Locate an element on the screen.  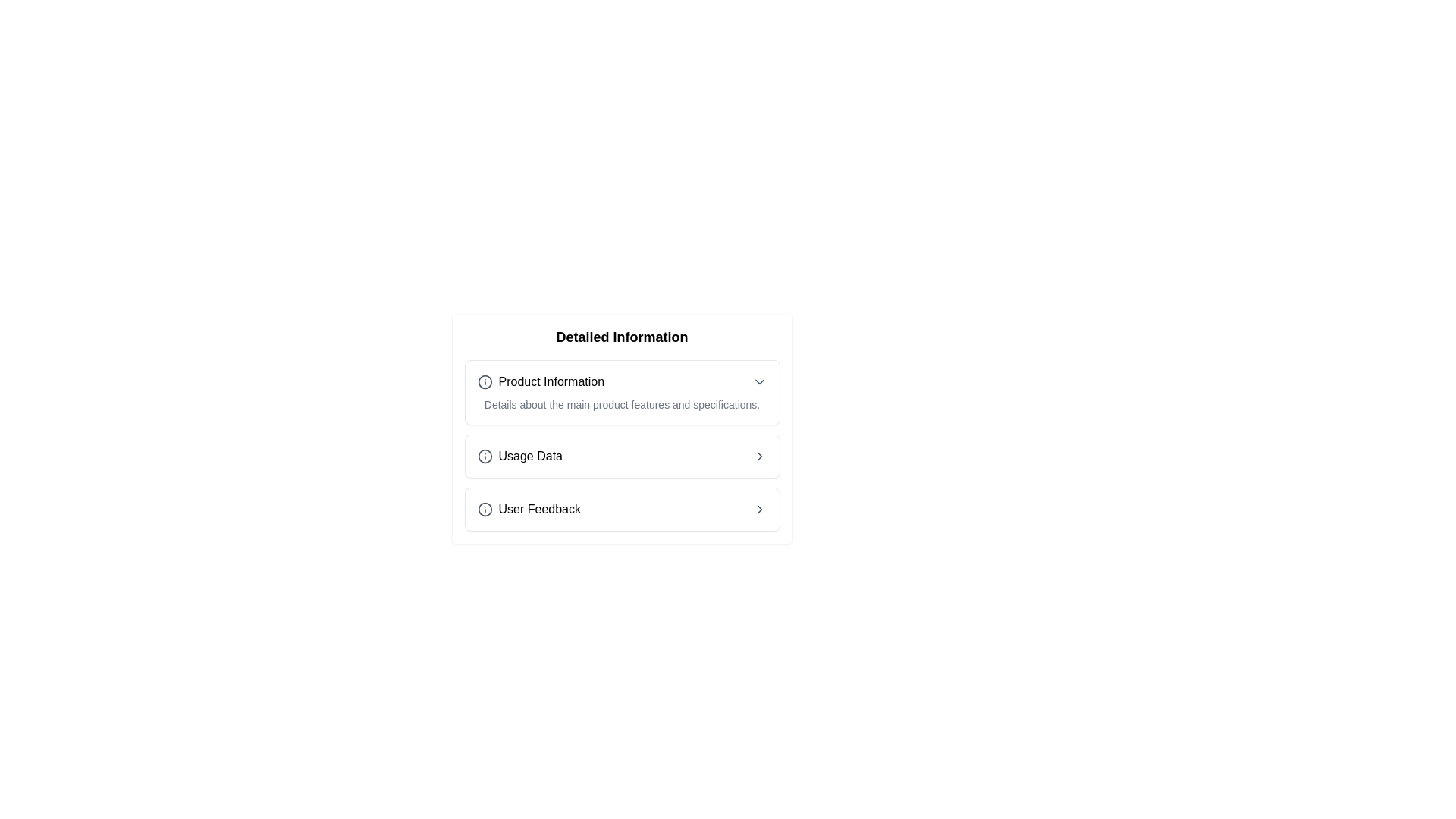
the navigational link for usage insights located under the 'Detailed Information' section, positioned between 'Product Information' and 'User Feedback' is located at coordinates (519, 455).